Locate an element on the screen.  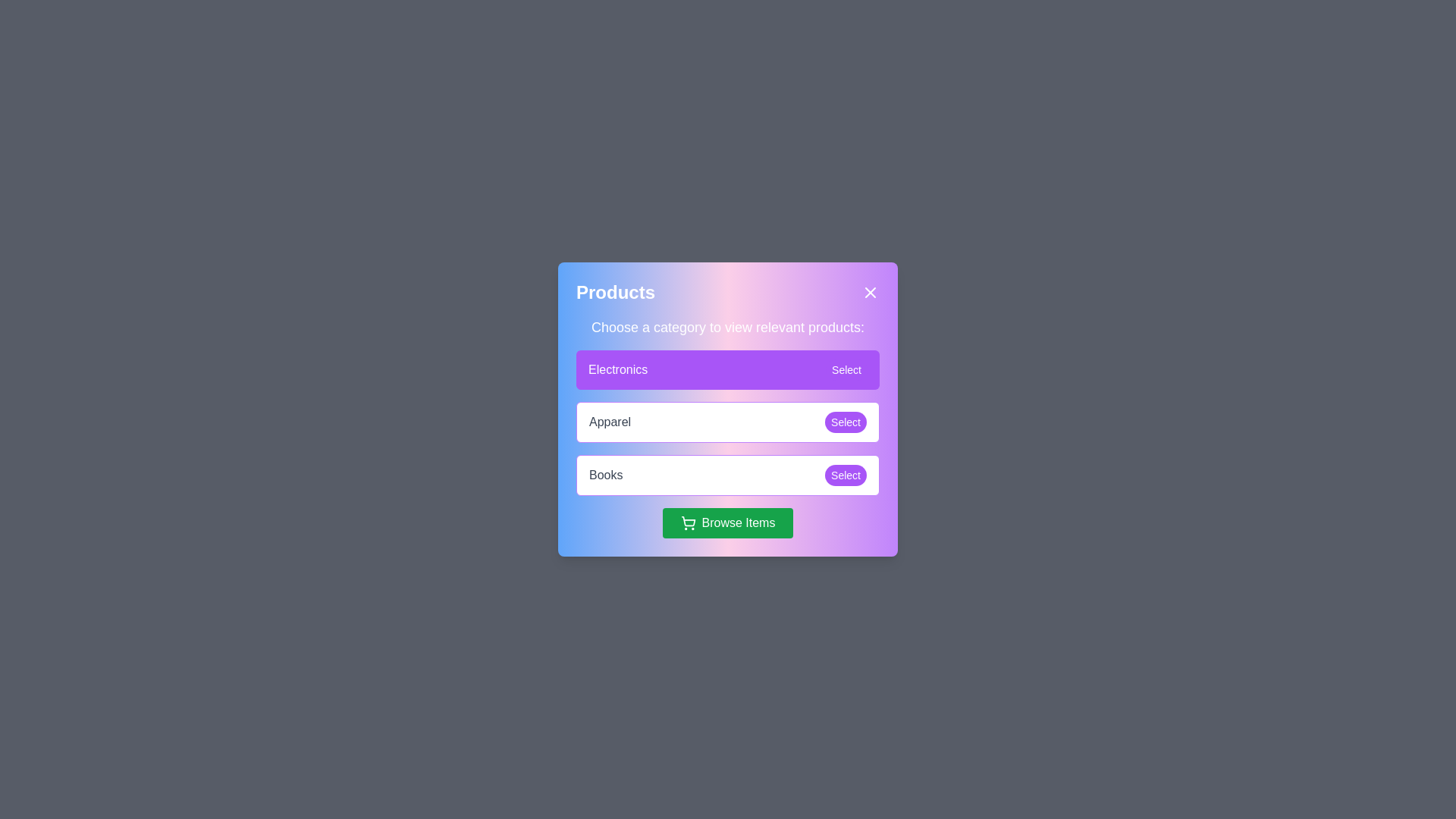
the 'Select' button next to the 'Books' category is located at coordinates (844, 475).